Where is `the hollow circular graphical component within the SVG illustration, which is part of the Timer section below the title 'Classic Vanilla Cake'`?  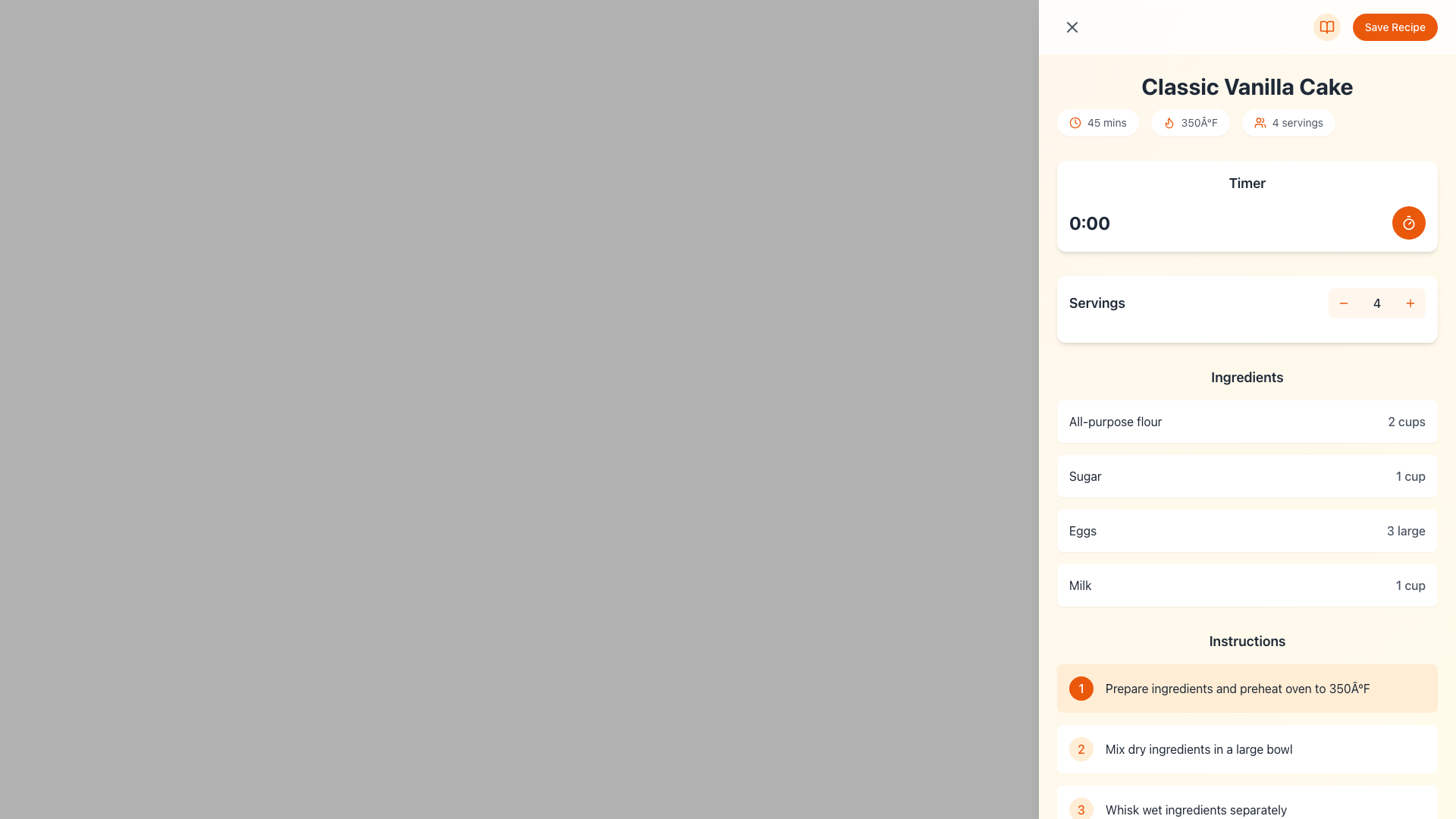
the hollow circular graphical component within the SVG illustration, which is part of the Timer section below the title 'Classic Vanilla Cake' is located at coordinates (1074, 122).